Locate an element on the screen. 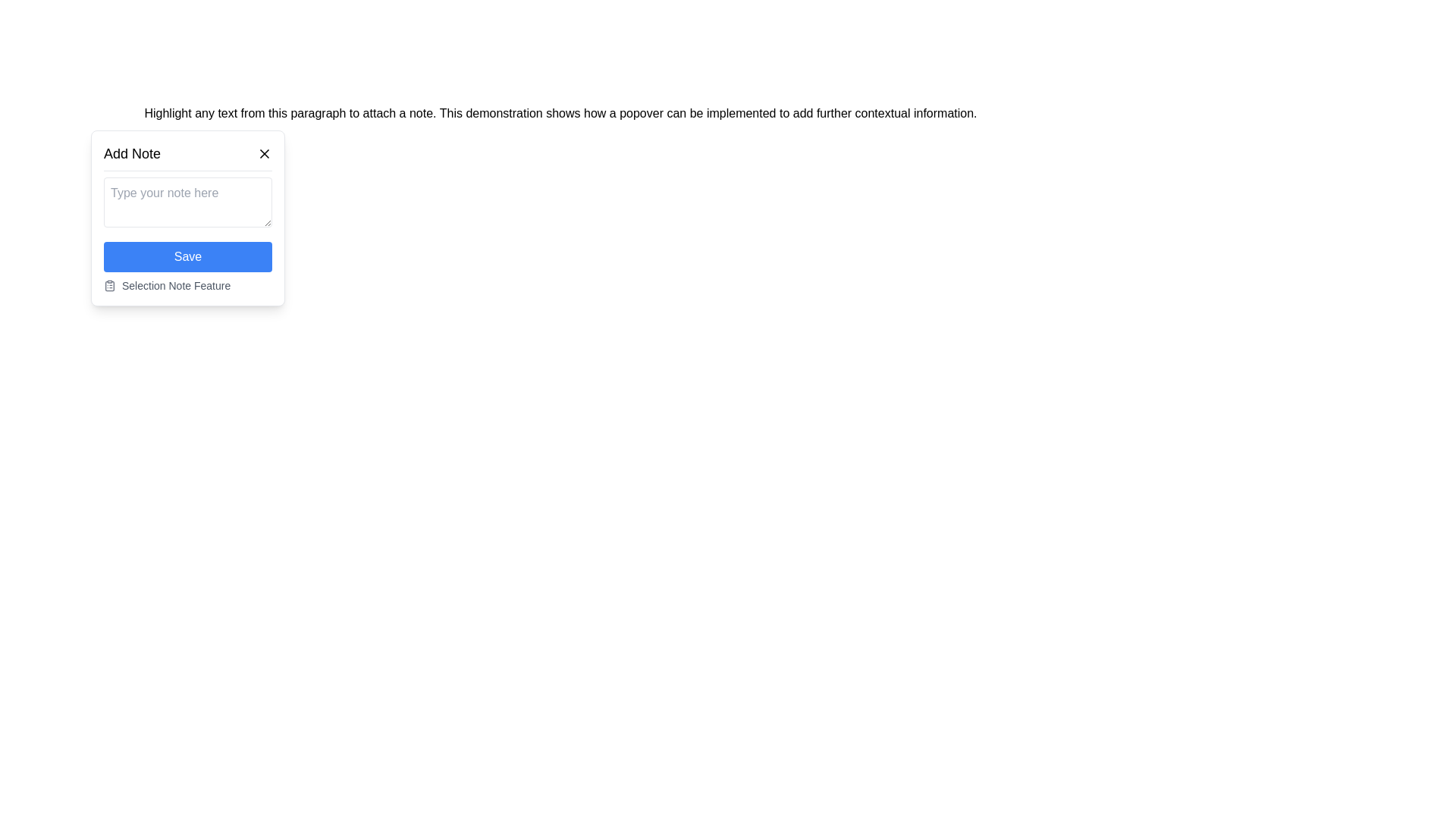  the Informational Label displaying 'Selection Note Feature' which includes a clipboard icon, located beneath the 'Save' button in the 'Add Note' popover is located at coordinates (187, 286).